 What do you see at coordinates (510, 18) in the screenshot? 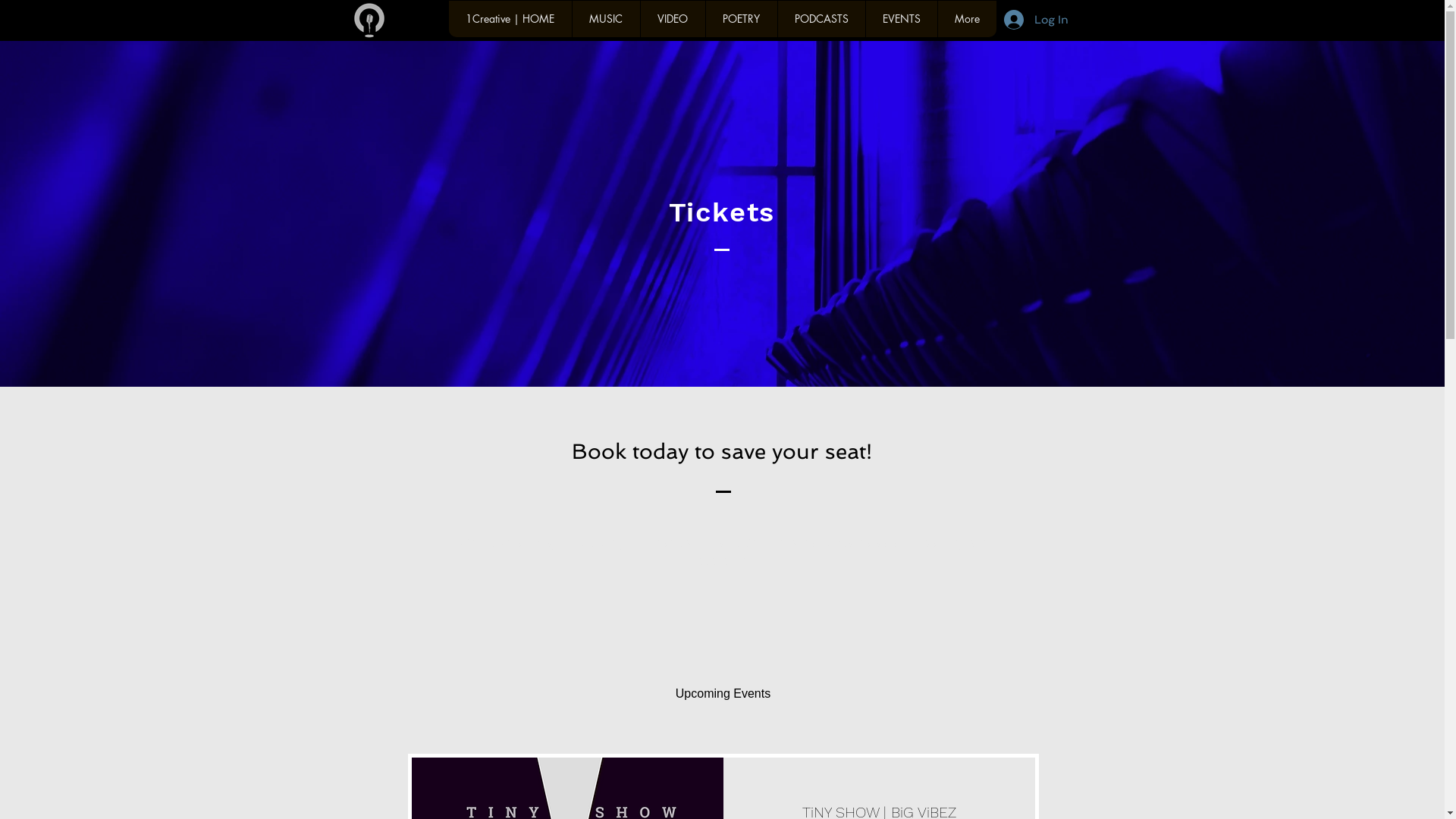
I see `'1Creative | HOME'` at bounding box center [510, 18].